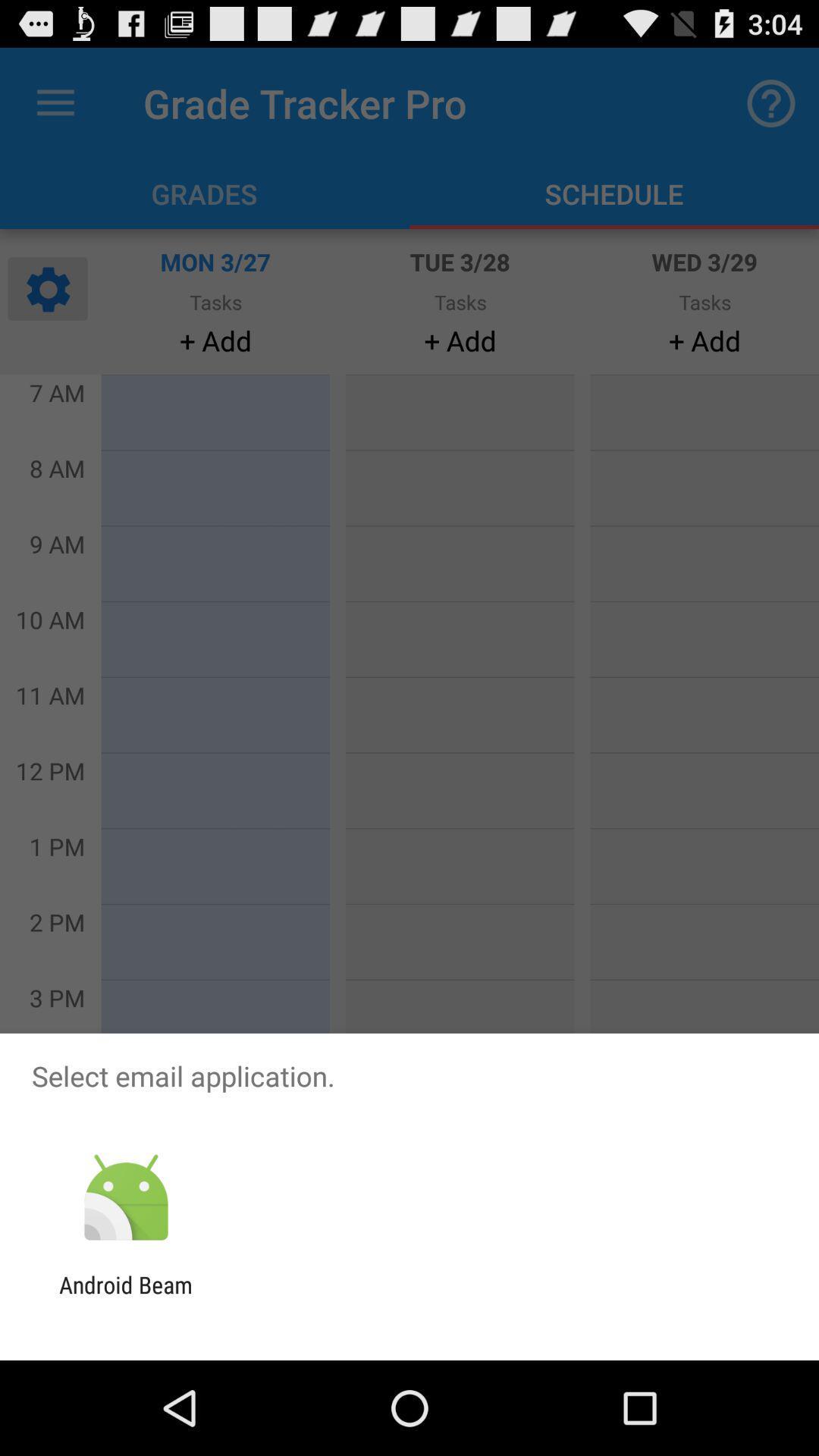  I want to click on the android beam app, so click(125, 1298).